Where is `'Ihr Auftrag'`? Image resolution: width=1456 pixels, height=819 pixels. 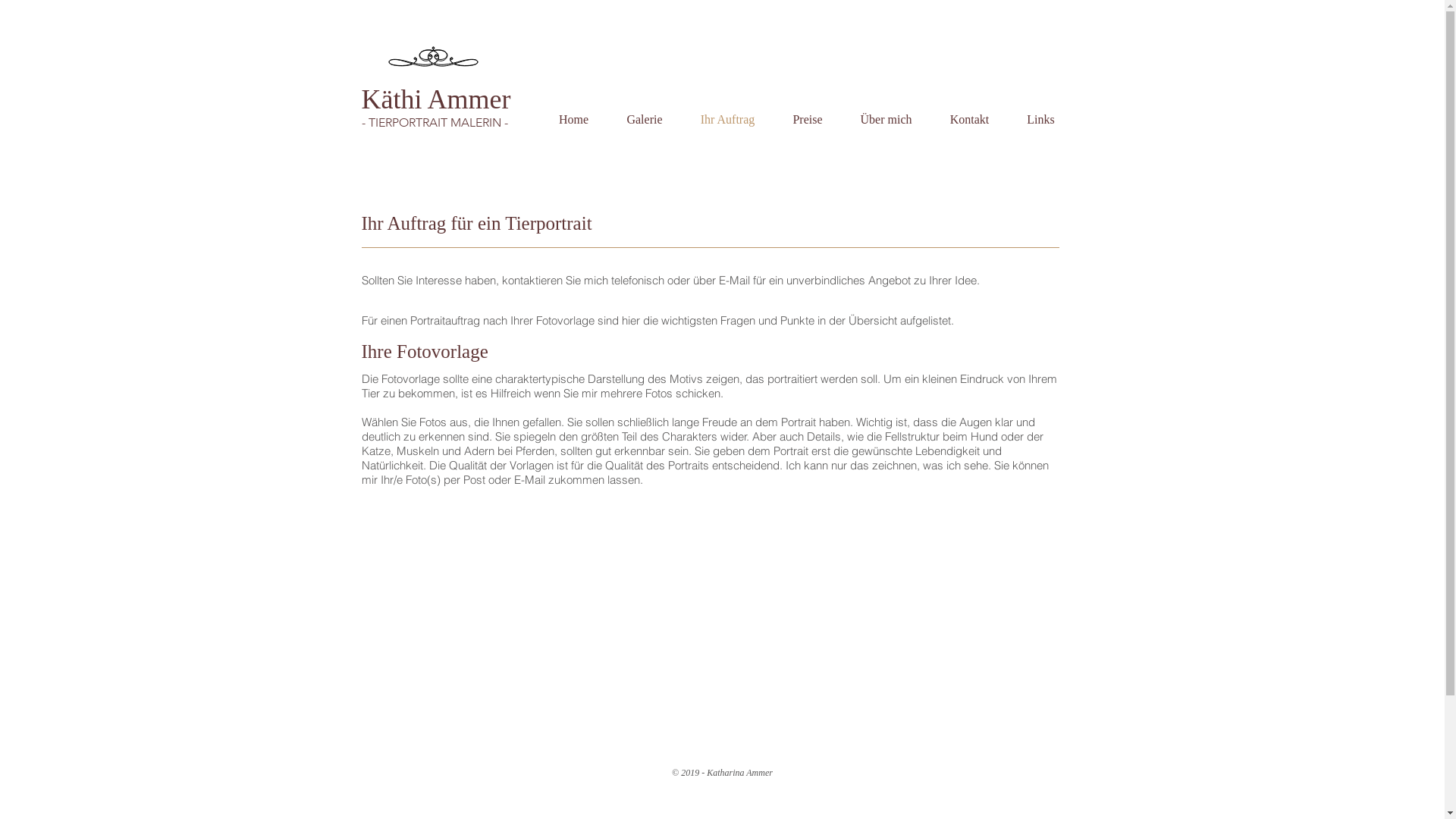 'Ihr Auftrag' is located at coordinates (726, 119).